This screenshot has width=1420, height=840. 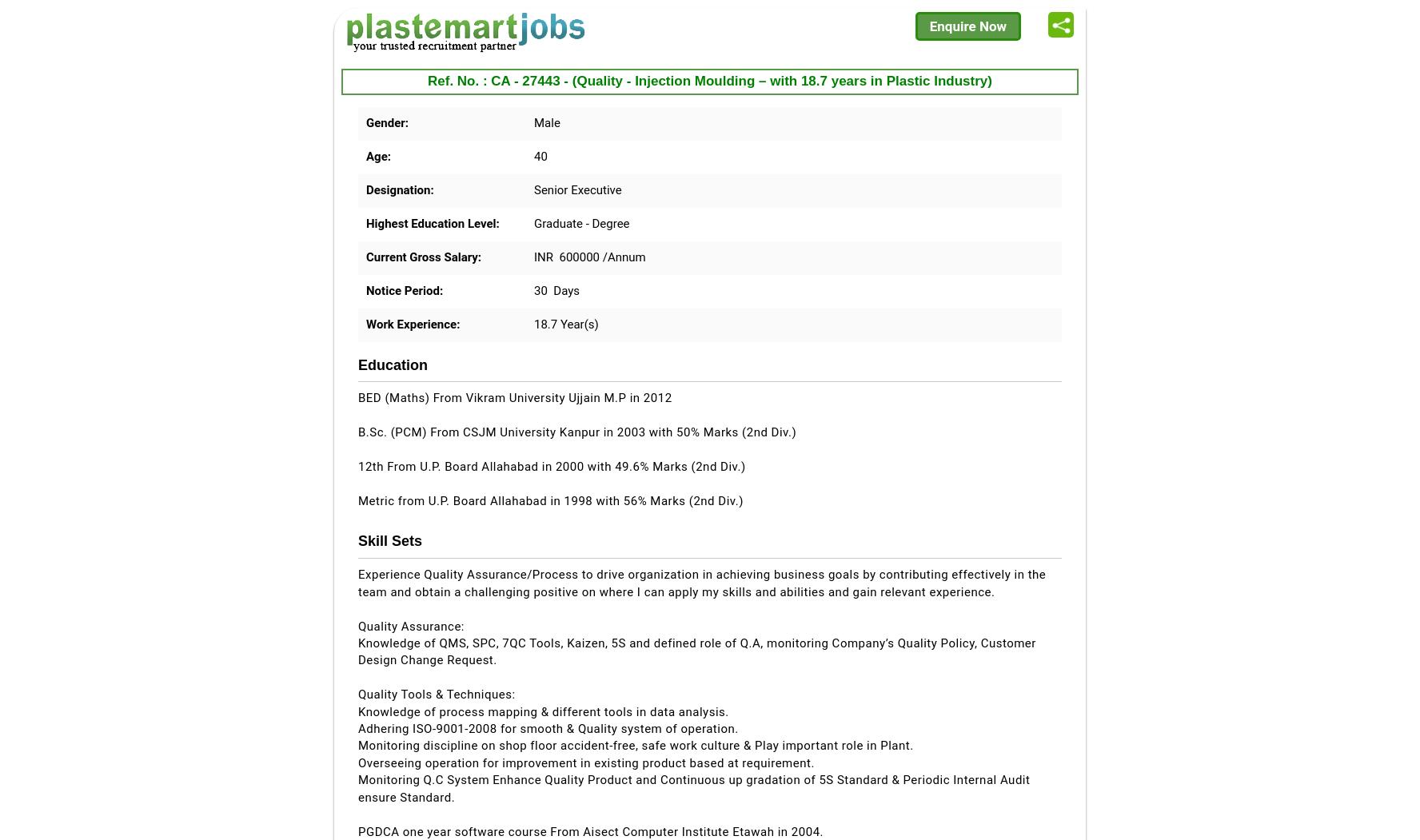 What do you see at coordinates (696, 651) in the screenshot?
I see `'Knowledge of QMS, SPC, 7QC Tools, Kaizen, 5S and defined role of Q.A, monitoring Company’s Quality Policy, Customer Design Change Request.'` at bounding box center [696, 651].